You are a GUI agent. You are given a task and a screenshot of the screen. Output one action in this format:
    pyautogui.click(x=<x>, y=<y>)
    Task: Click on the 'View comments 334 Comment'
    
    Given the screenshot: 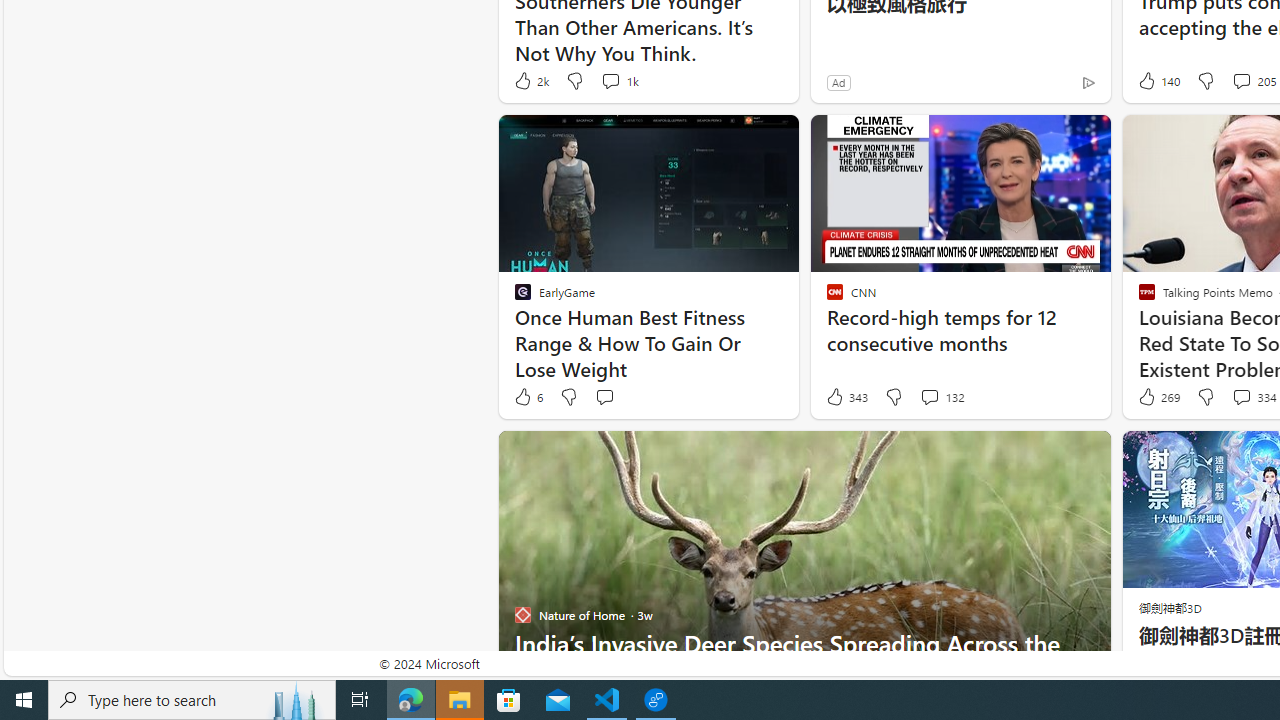 What is the action you would take?
    pyautogui.click(x=1240, y=397)
    